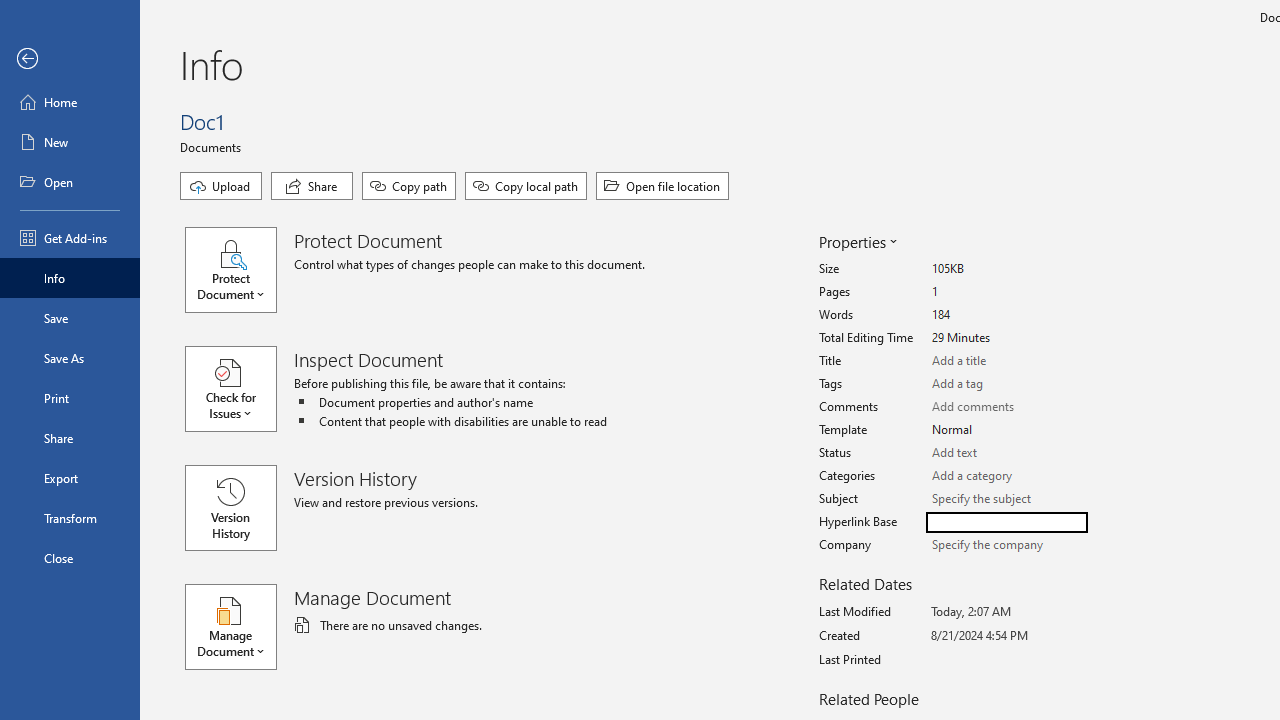 The image size is (1280, 720). Describe the element at coordinates (1006, 521) in the screenshot. I see `'Hyperlink Base'` at that location.